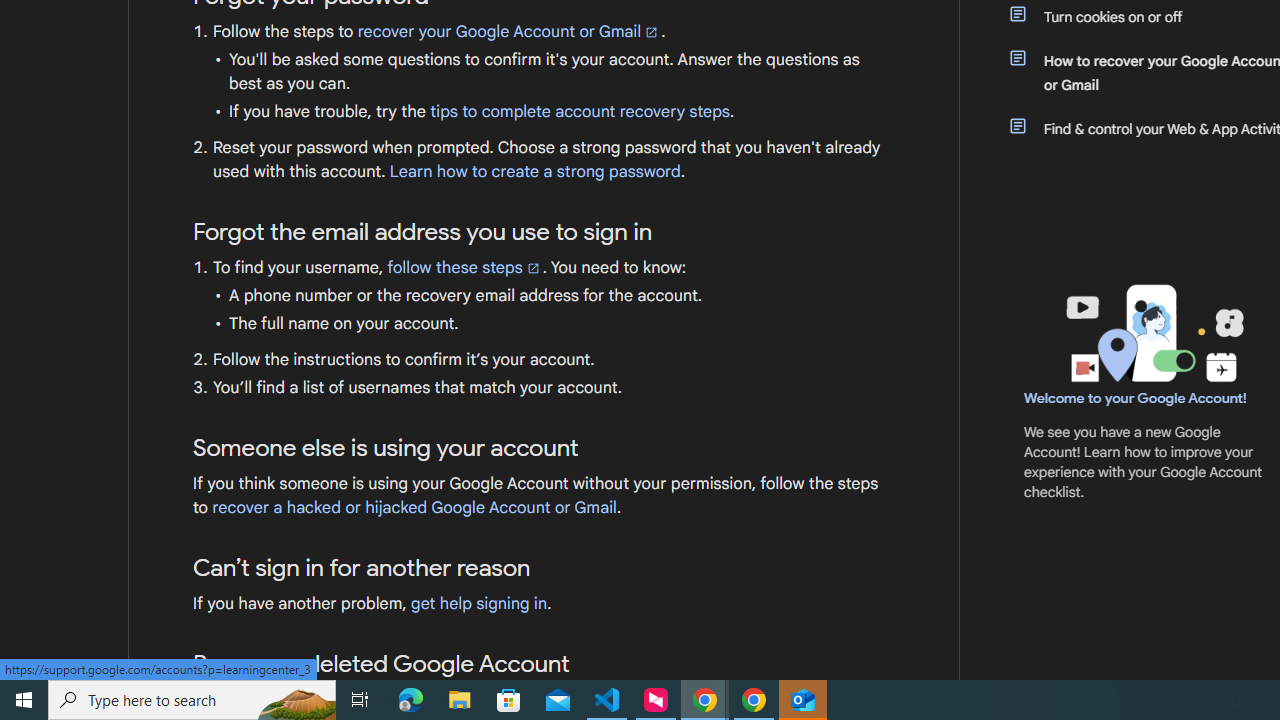 This screenshot has width=1280, height=720. Describe the element at coordinates (463, 266) in the screenshot. I see `'follow these steps'` at that location.